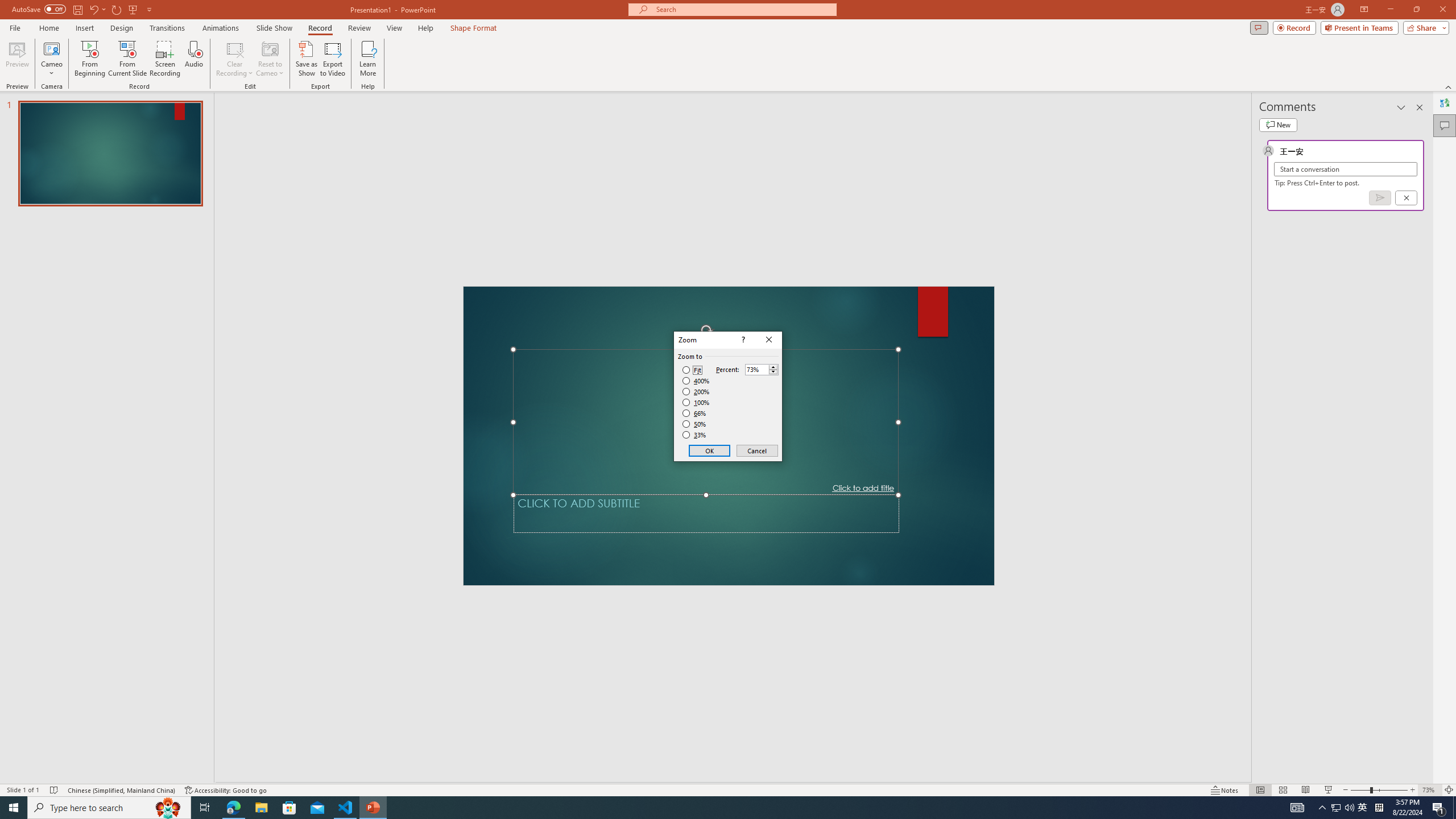 The image size is (1456, 819). What do you see at coordinates (762, 369) in the screenshot?
I see `'Percent'` at bounding box center [762, 369].